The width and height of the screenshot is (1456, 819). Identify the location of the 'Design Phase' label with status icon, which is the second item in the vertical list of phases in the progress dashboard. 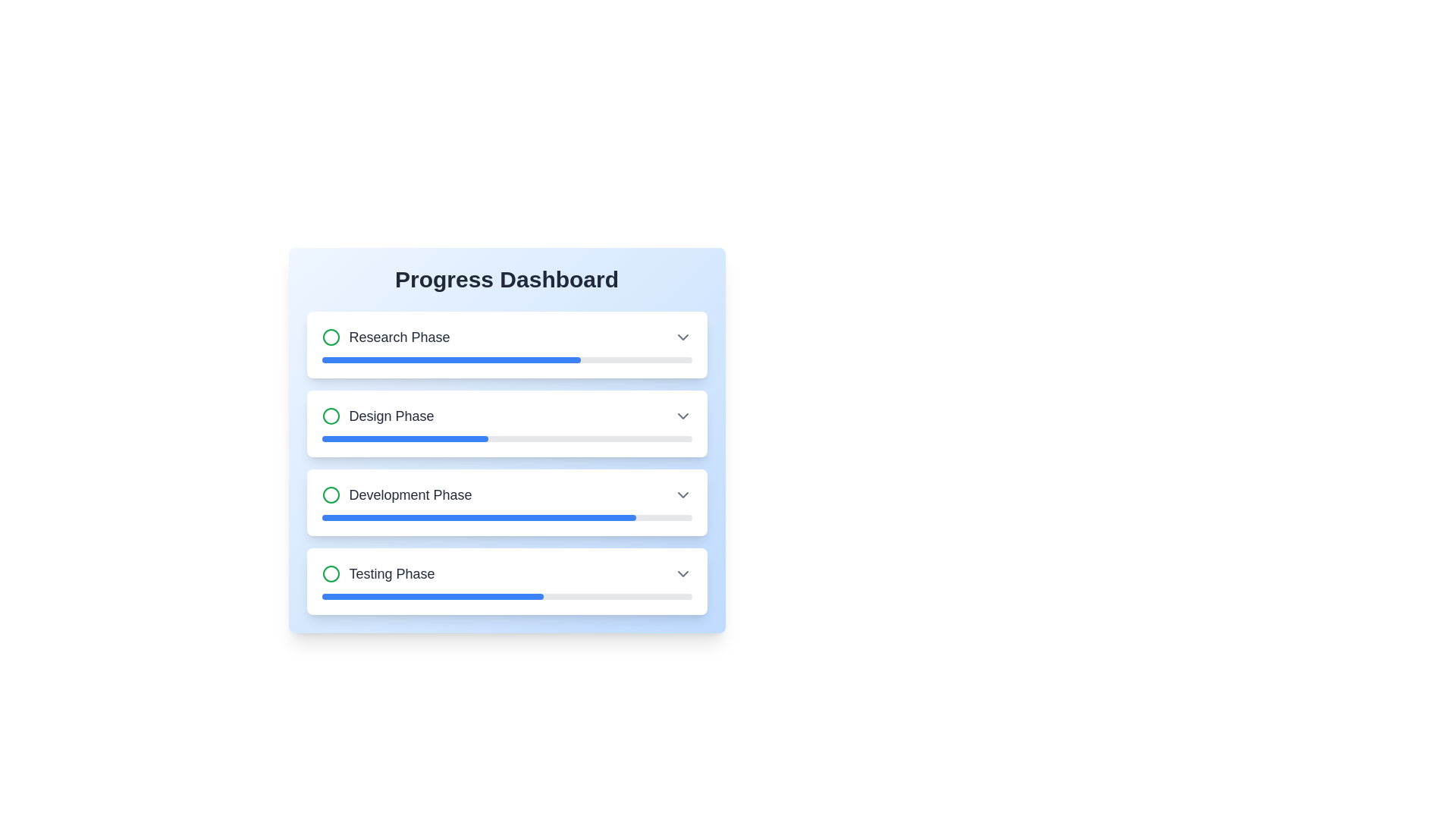
(378, 416).